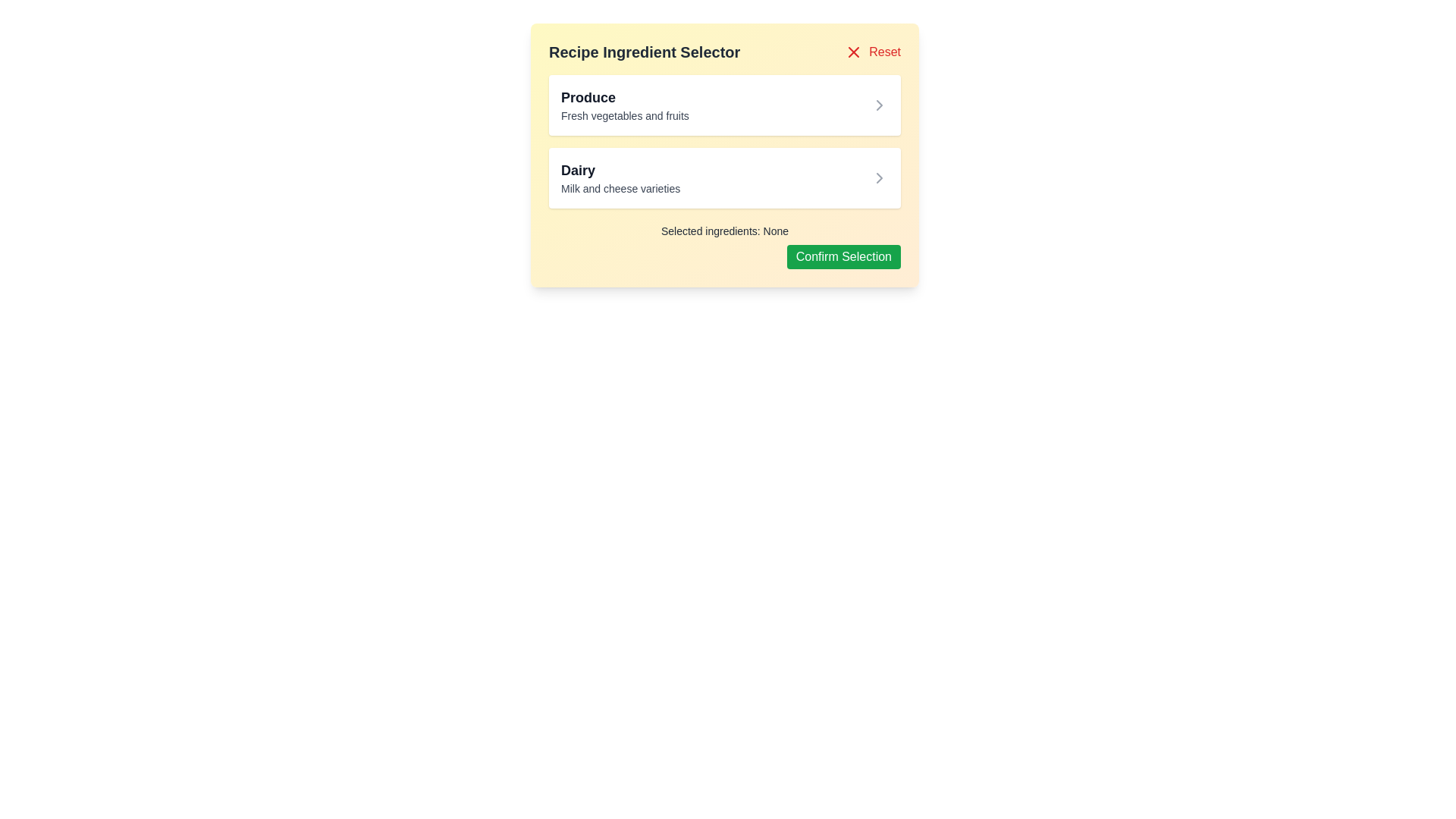 This screenshot has width=1456, height=819. Describe the element at coordinates (873, 52) in the screenshot. I see `the 'Reset' button, which is a red-colored text label with an 'X' icon, located in the top-right corner of the 'Recipe Ingredient Selector' component` at that location.